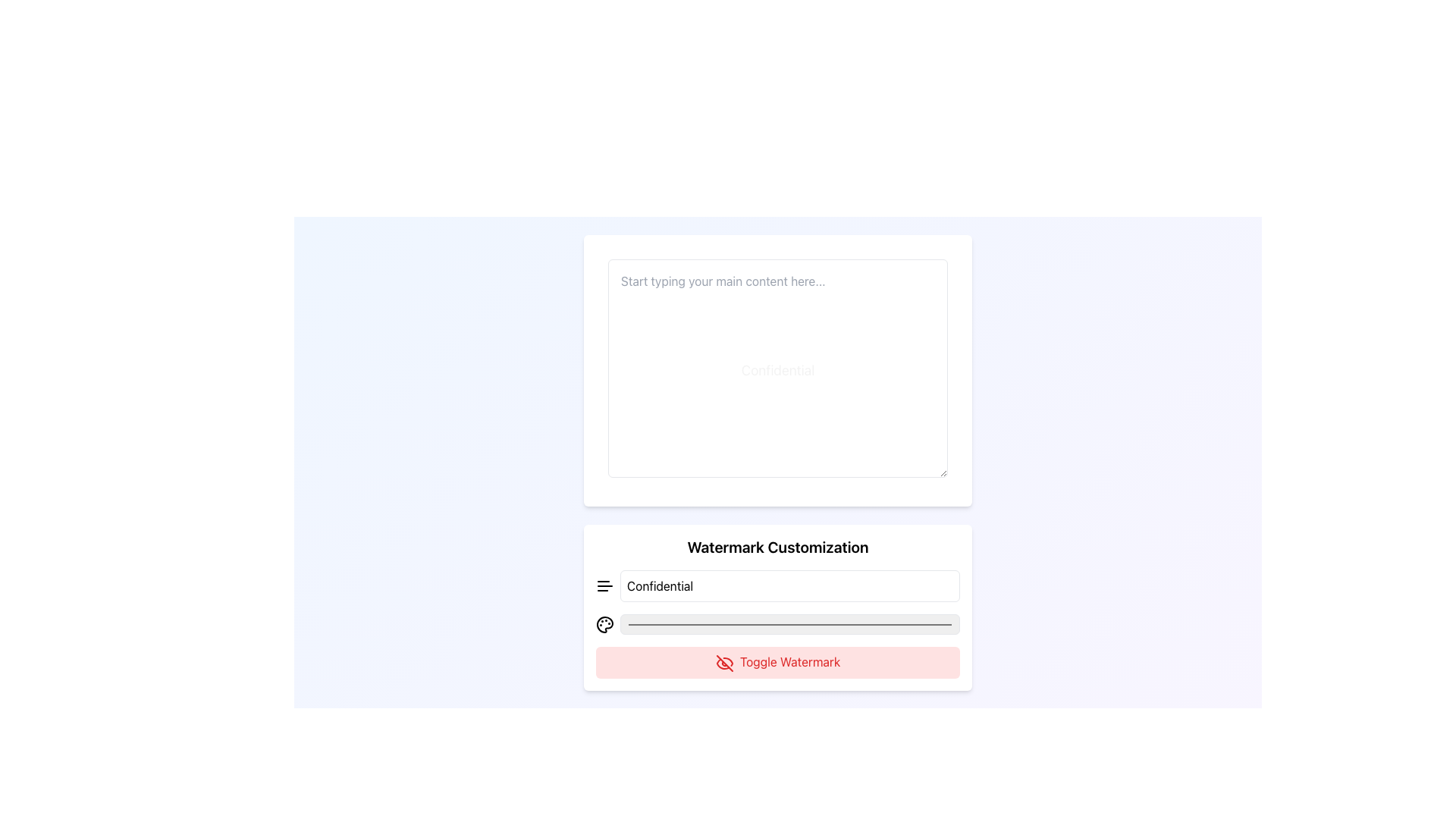 The width and height of the screenshot is (1456, 819). Describe the element at coordinates (778, 661) in the screenshot. I see `the toggle button located at the bottom of the 'Watermark Customization' section` at that location.